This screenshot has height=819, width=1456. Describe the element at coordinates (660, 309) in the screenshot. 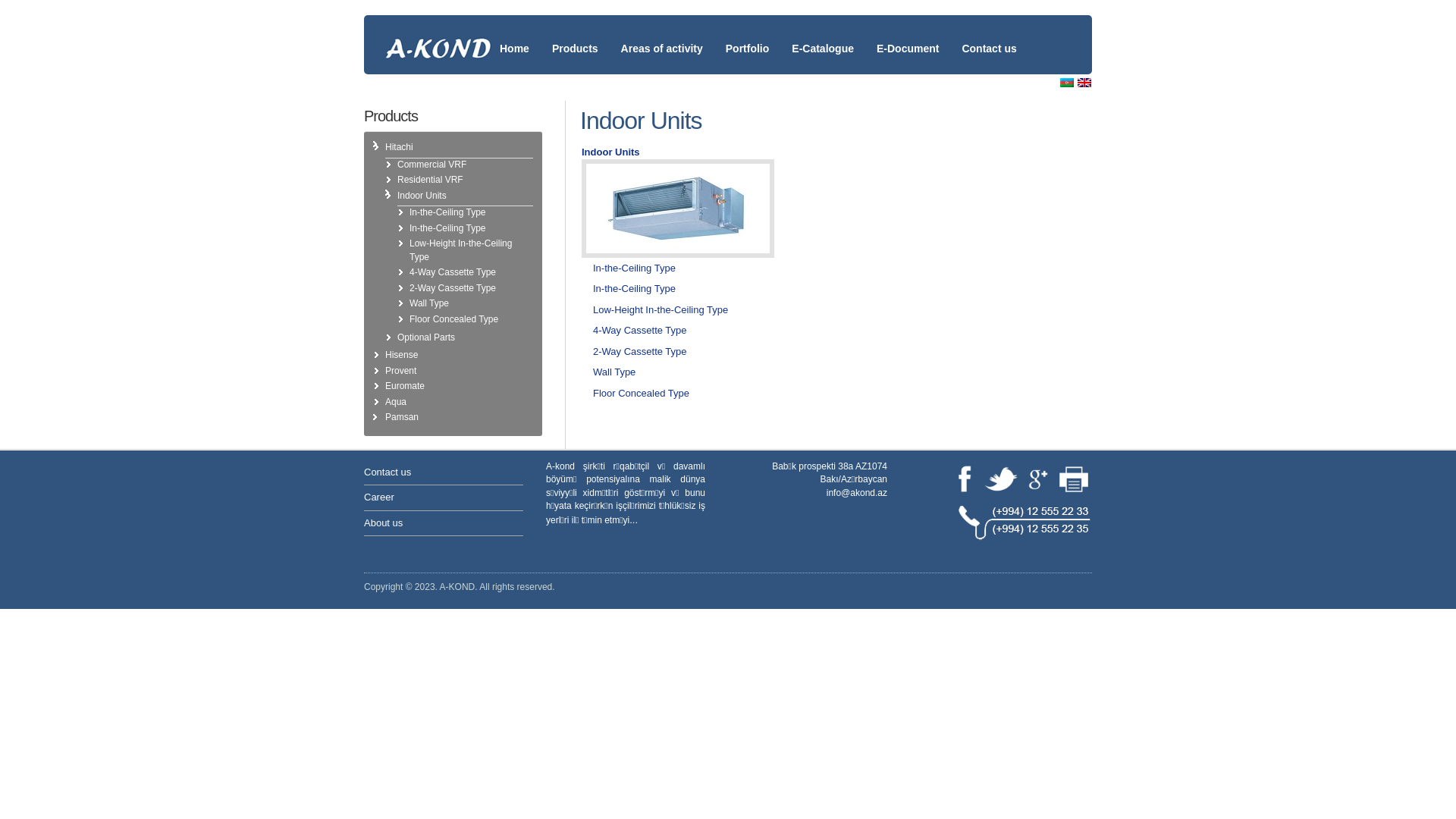

I see `'Low-Height In-the-Ceiling Type'` at that location.